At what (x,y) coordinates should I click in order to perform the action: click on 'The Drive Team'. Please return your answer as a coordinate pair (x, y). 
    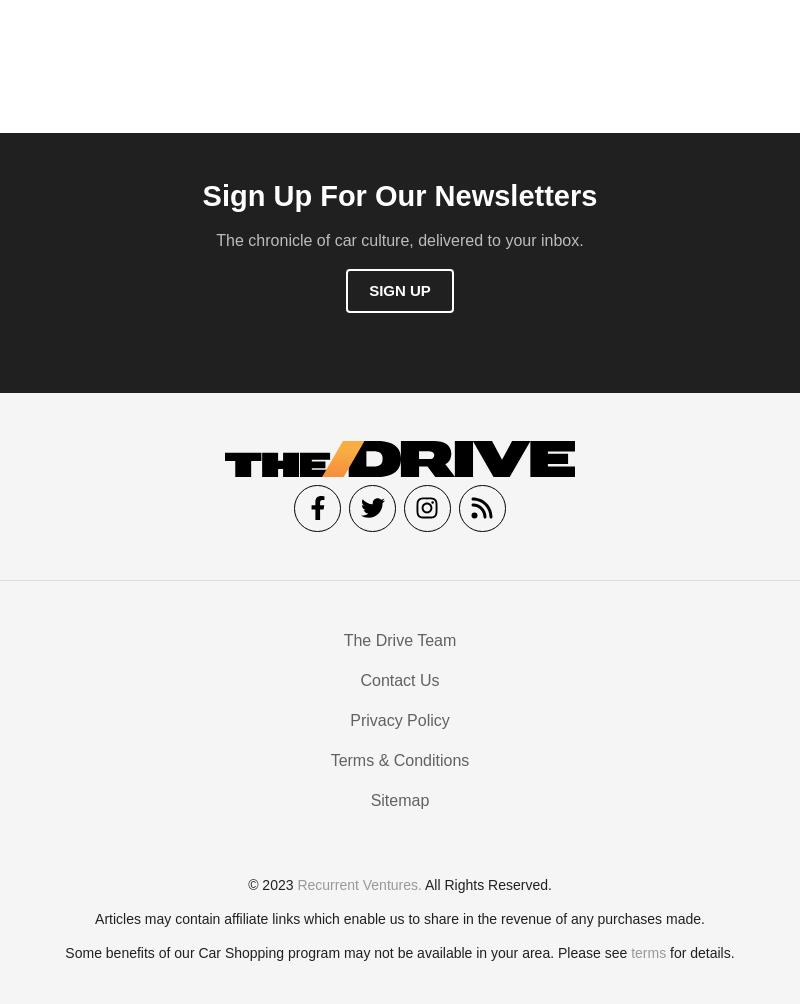
    Looking at the image, I should click on (398, 644).